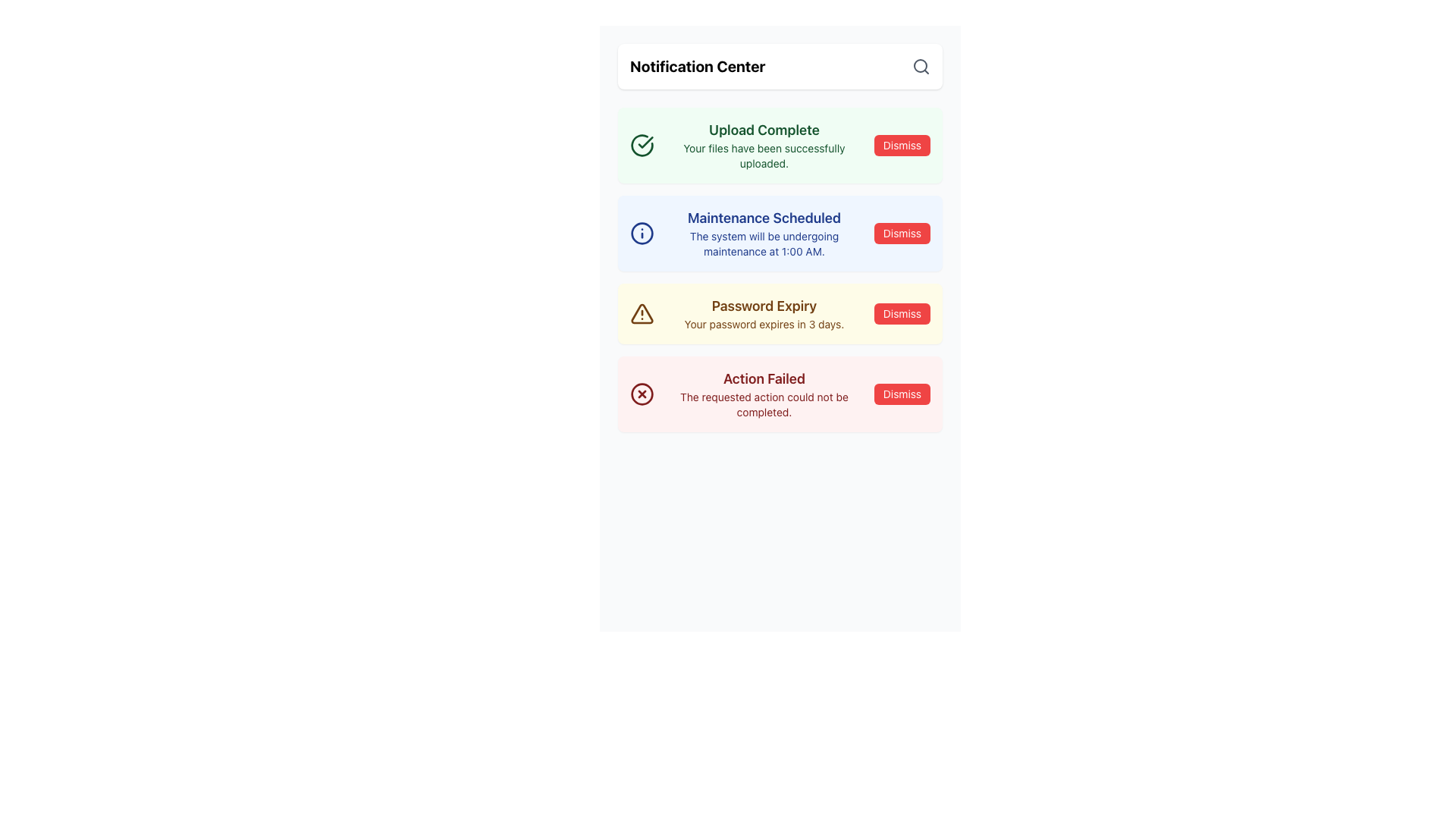 The width and height of the screenshot is (1456, 819). Describe the element at coordinates (642, 312) in the screenshot. I see `the warning icon in the 'Password Expiry' notification card` at that location.